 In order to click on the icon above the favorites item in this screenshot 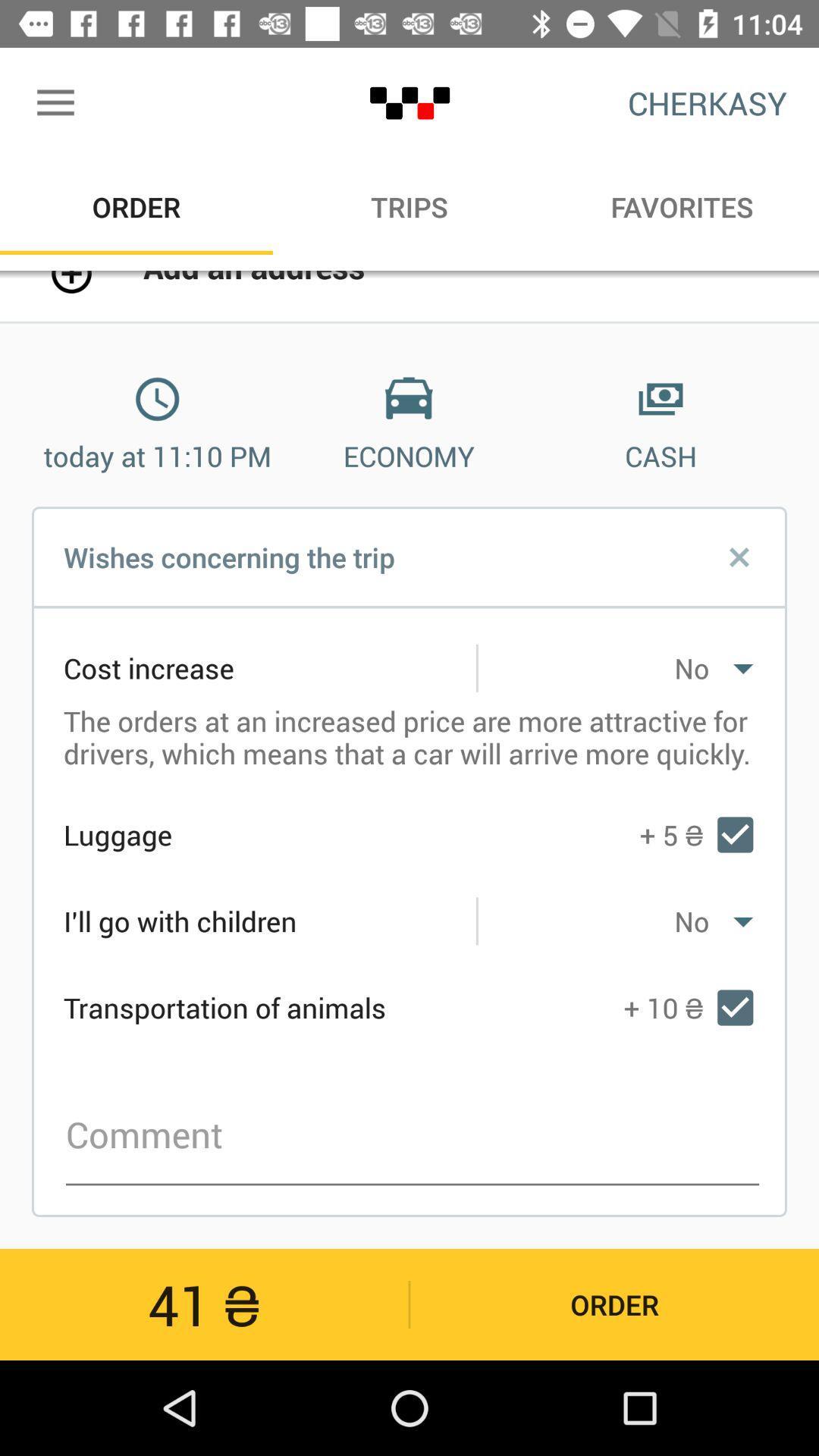, I will do `click(708, 102)`.